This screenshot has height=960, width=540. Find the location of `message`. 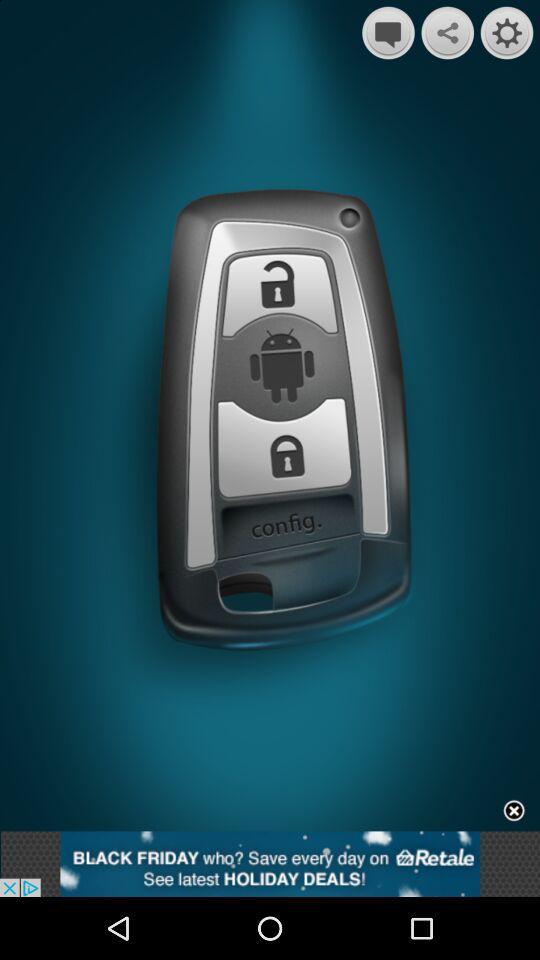

message is located at coordinates (388, 32).